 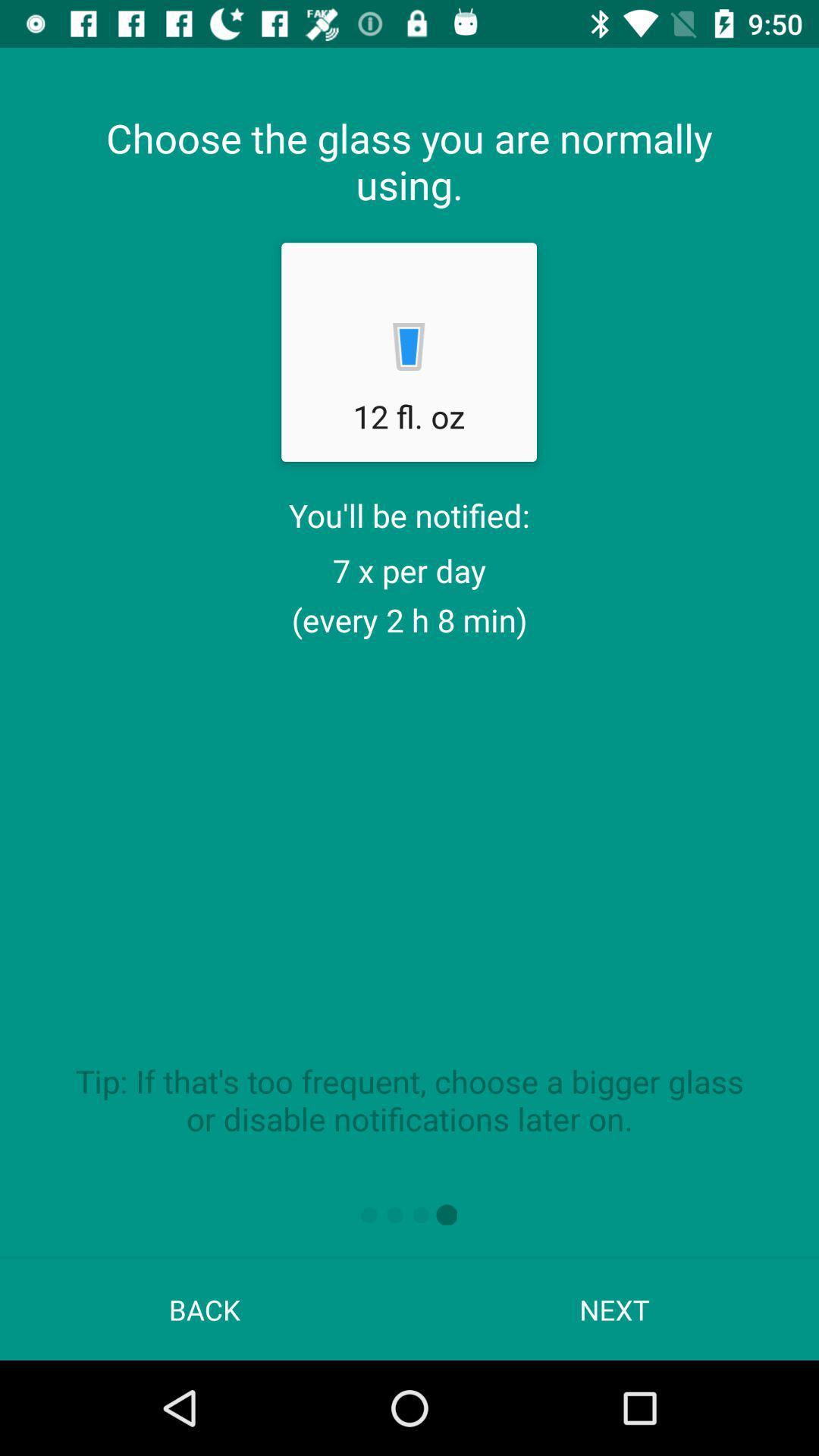 What do you see at coordinates (205, 1309) in the screenshot?
I see `back at the bottom left corner` at bounding box center [205, 1309].